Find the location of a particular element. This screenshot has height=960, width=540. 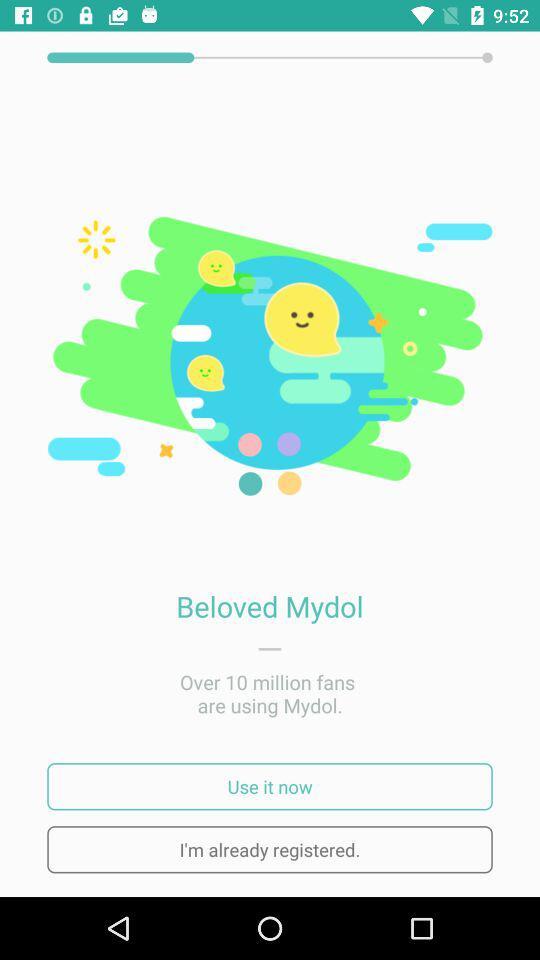

item below the use it now item is located at coordinates (270, 848).